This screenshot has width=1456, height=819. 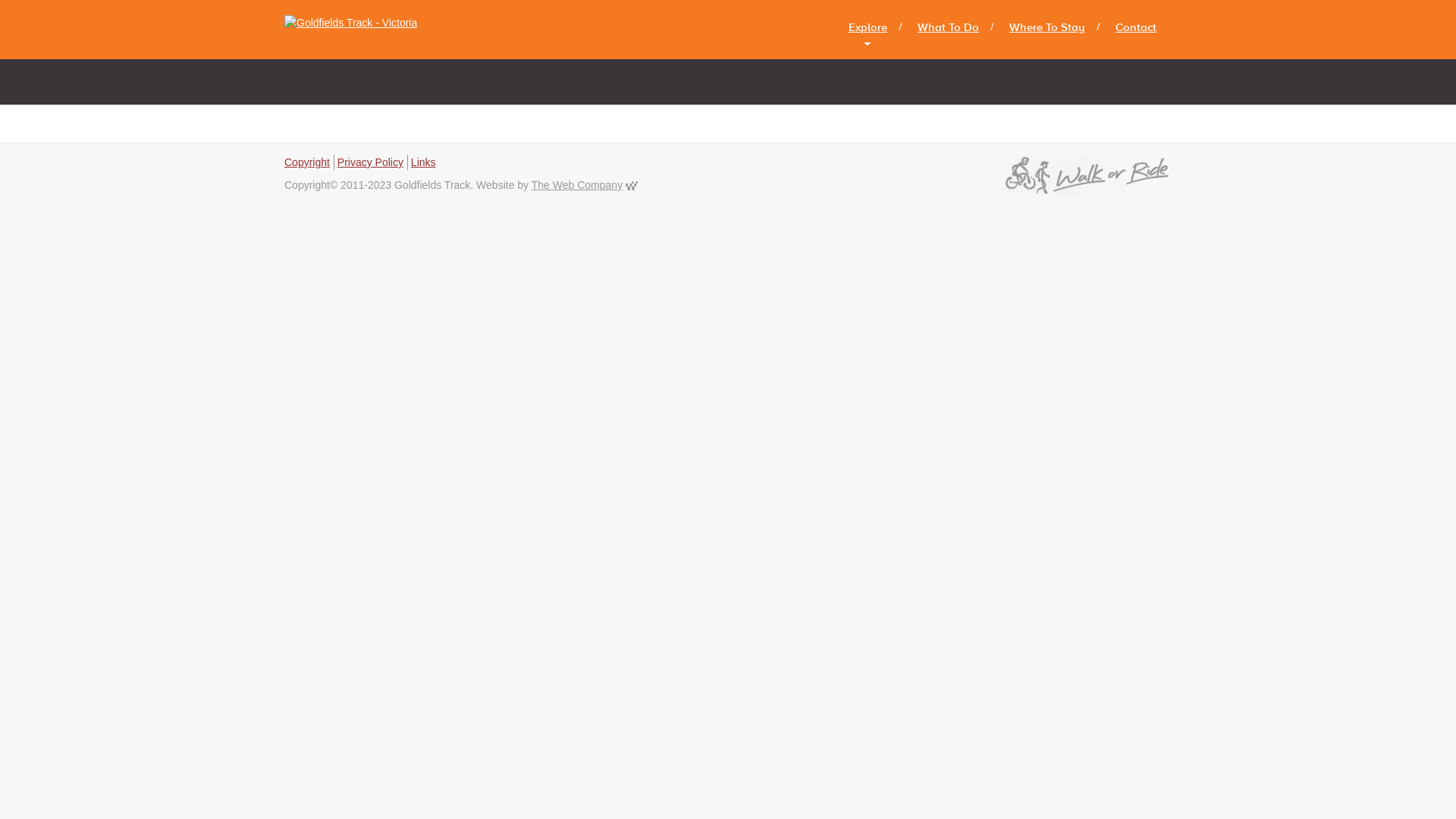 I want to click on 'Where To Stay', so click(x=1046, y=27).